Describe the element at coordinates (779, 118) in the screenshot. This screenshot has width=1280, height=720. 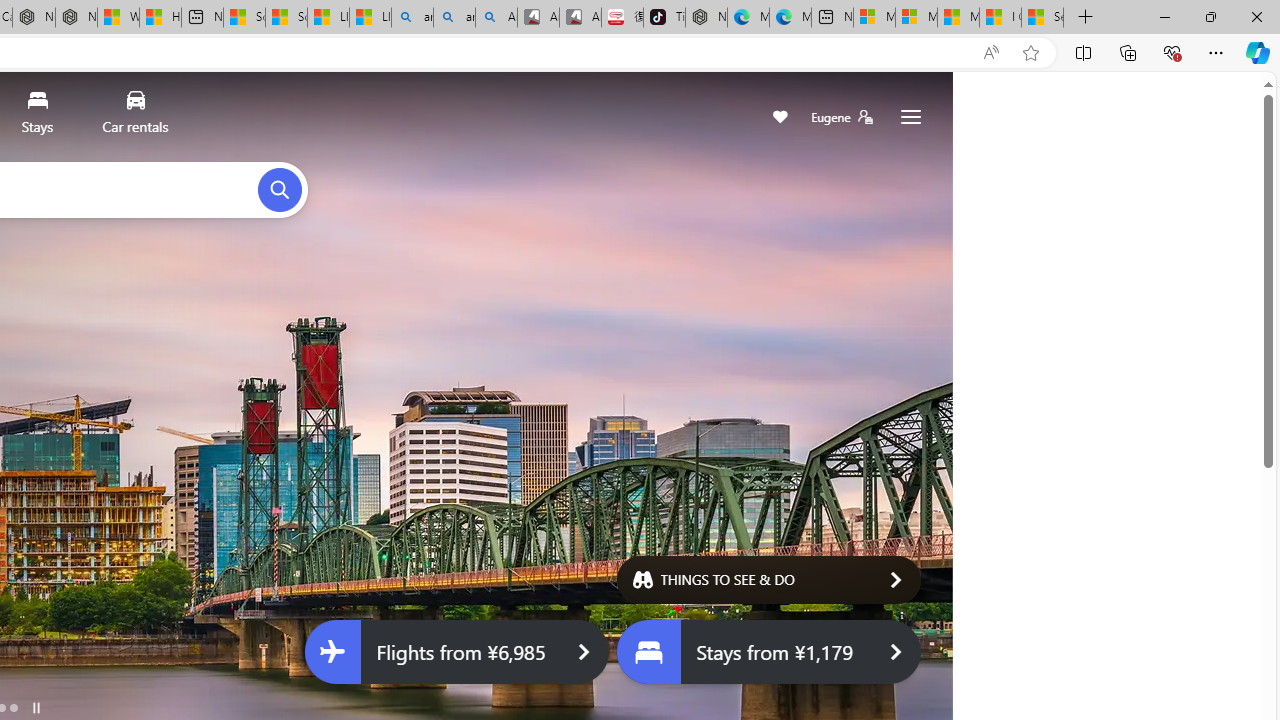
I see `'Save'` at that location.